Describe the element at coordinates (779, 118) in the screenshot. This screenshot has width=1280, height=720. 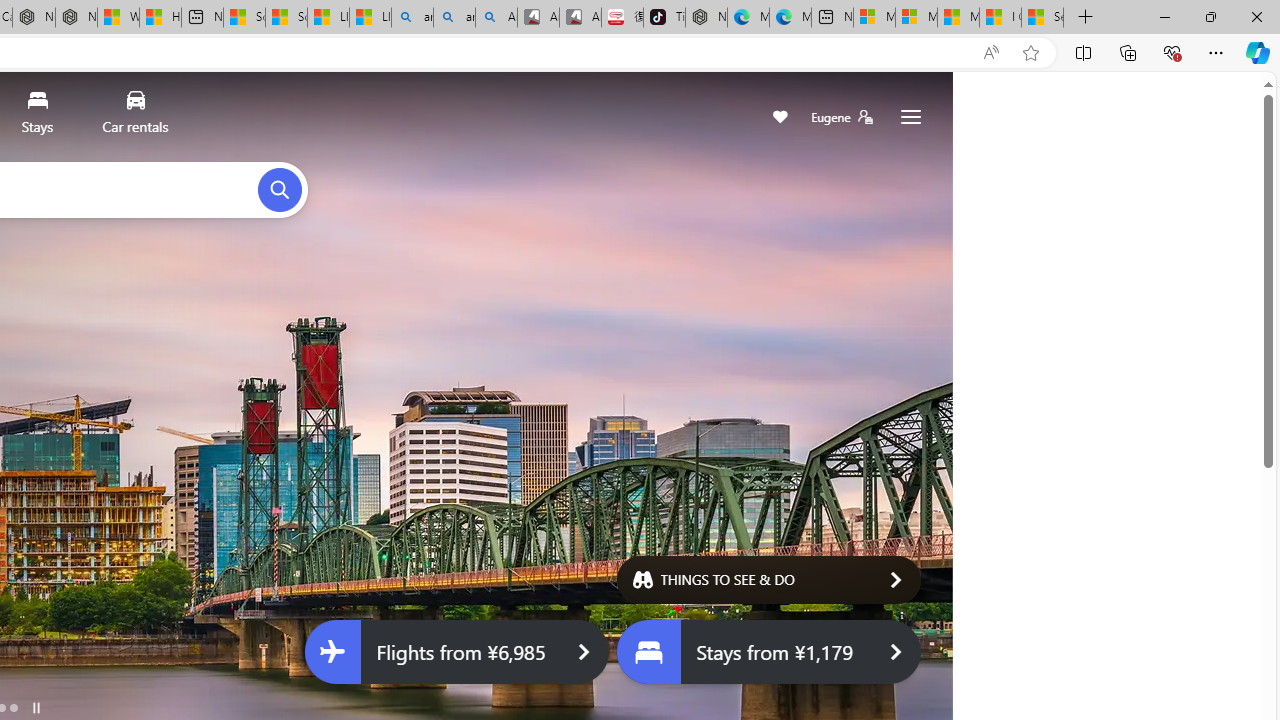
I see `'Save'` at that location.